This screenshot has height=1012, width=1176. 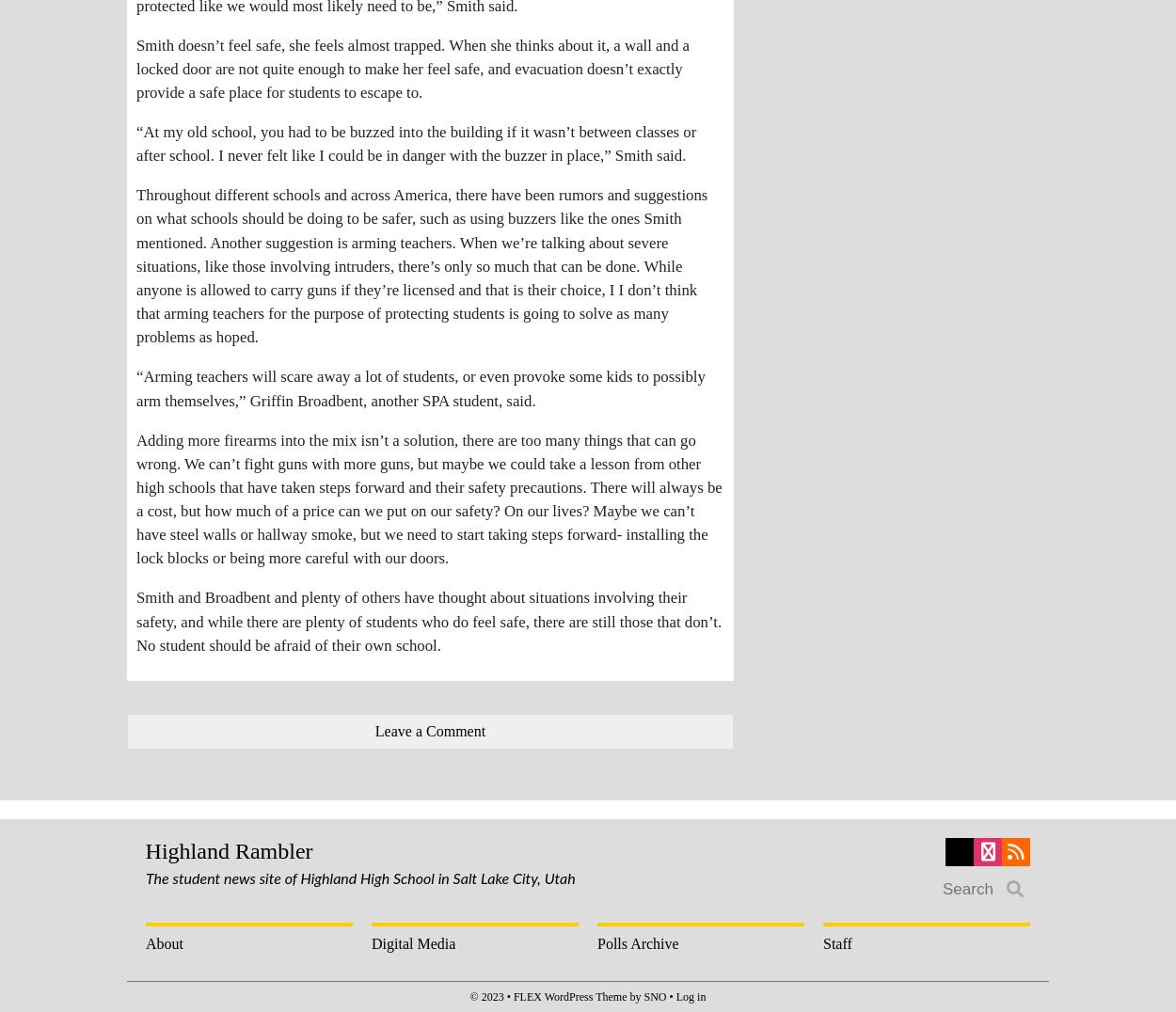 I want to click on 'by', so click(x=635, y=995).